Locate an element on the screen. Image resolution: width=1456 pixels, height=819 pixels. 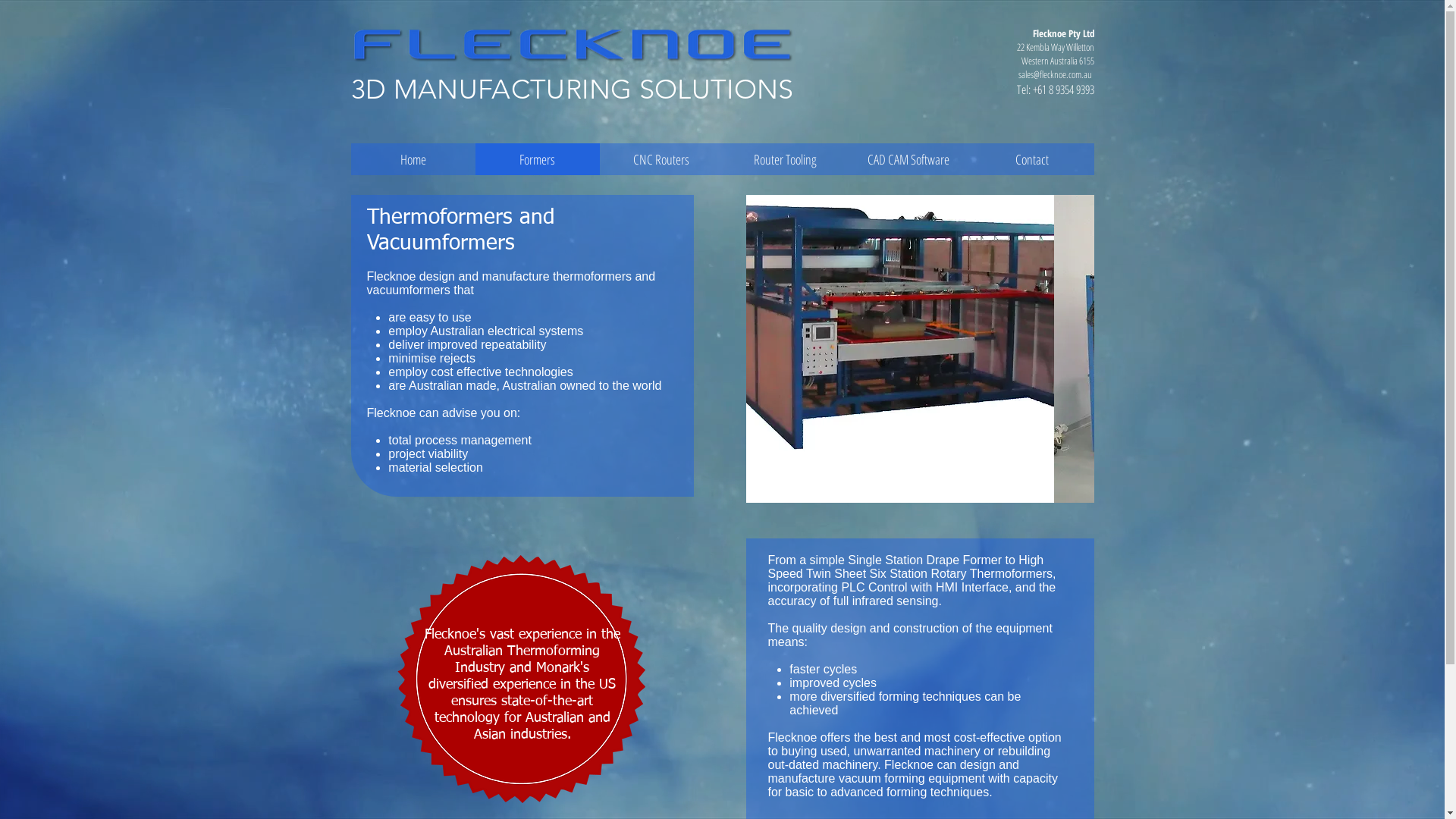
'Router Tooling' is located at coordinates (785, 158).